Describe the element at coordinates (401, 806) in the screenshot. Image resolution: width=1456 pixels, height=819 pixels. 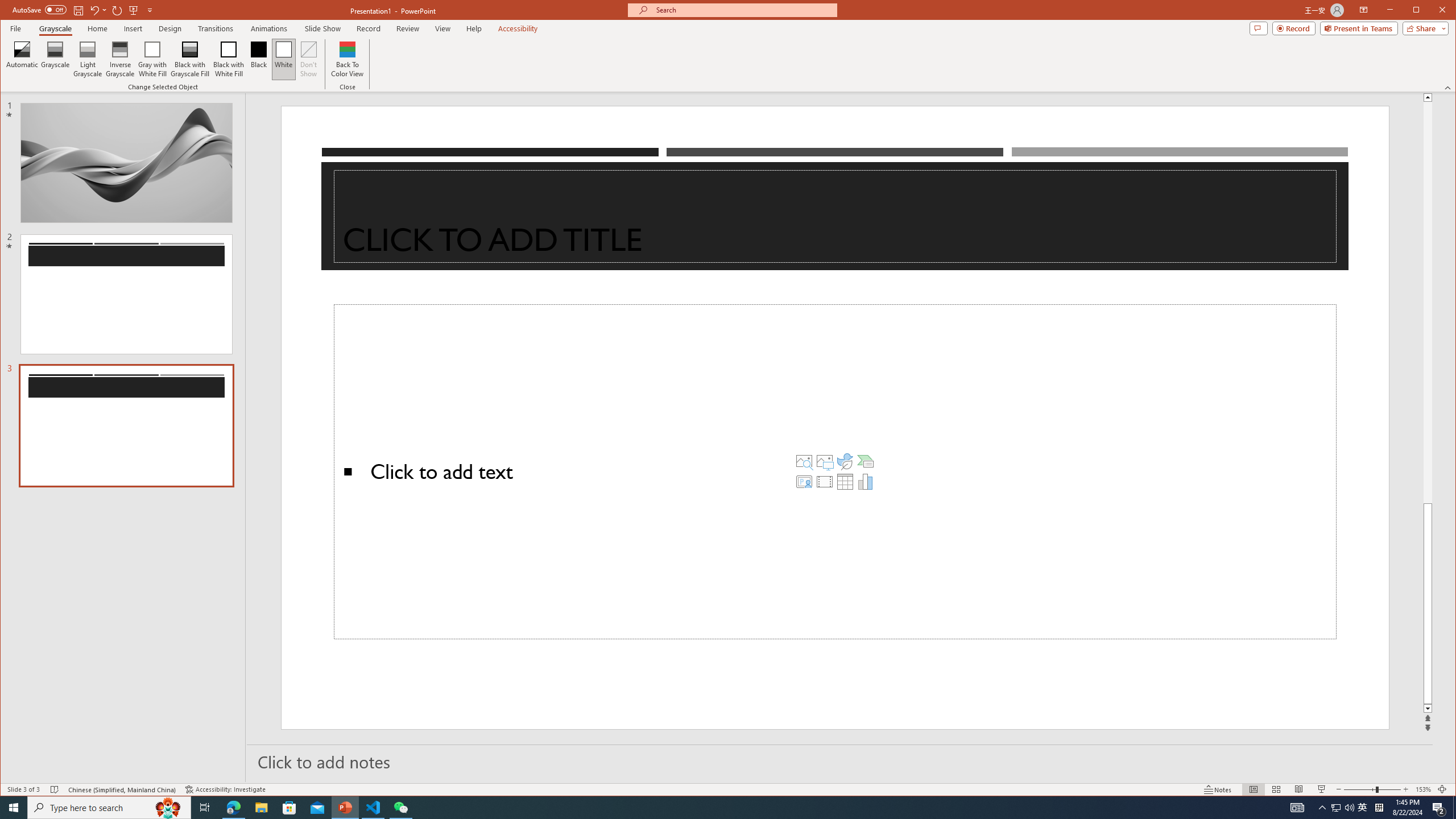
I see `'WeChat - 1 running window'` at that location.